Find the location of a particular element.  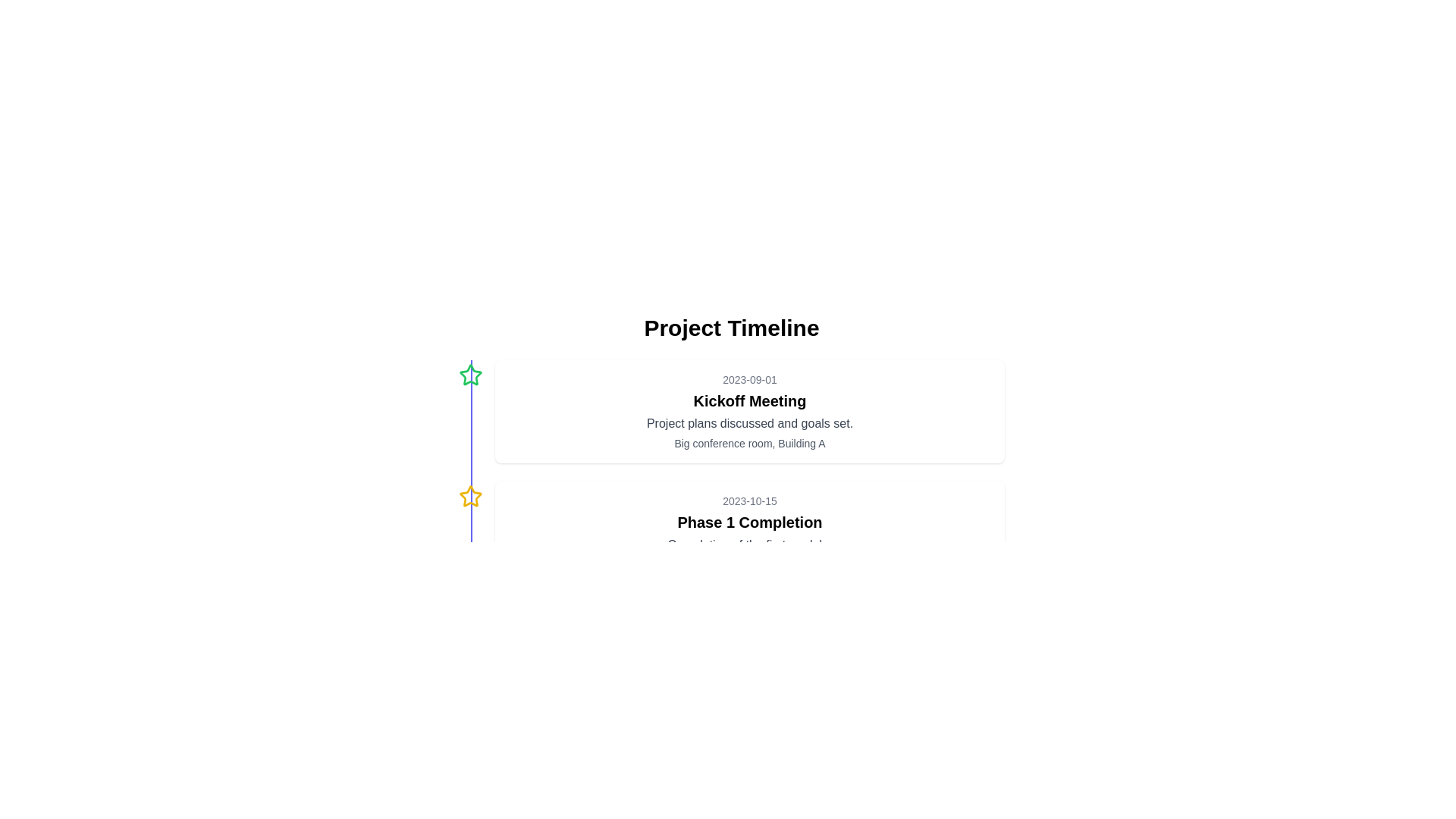

the second event entry in the vertically arranged timeline is located at coordinates (731, 532).